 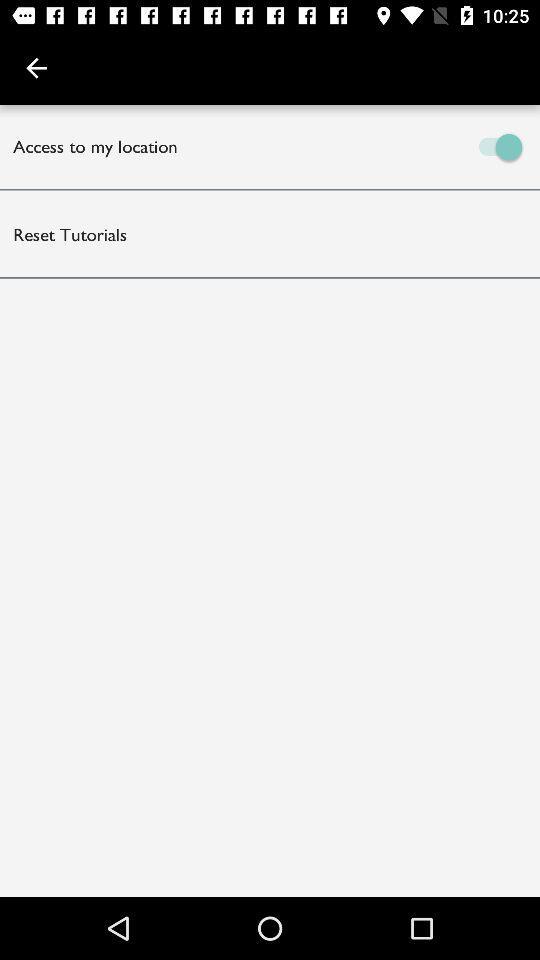 I want to click on item at the top right corner, so click(x=405, y=145).